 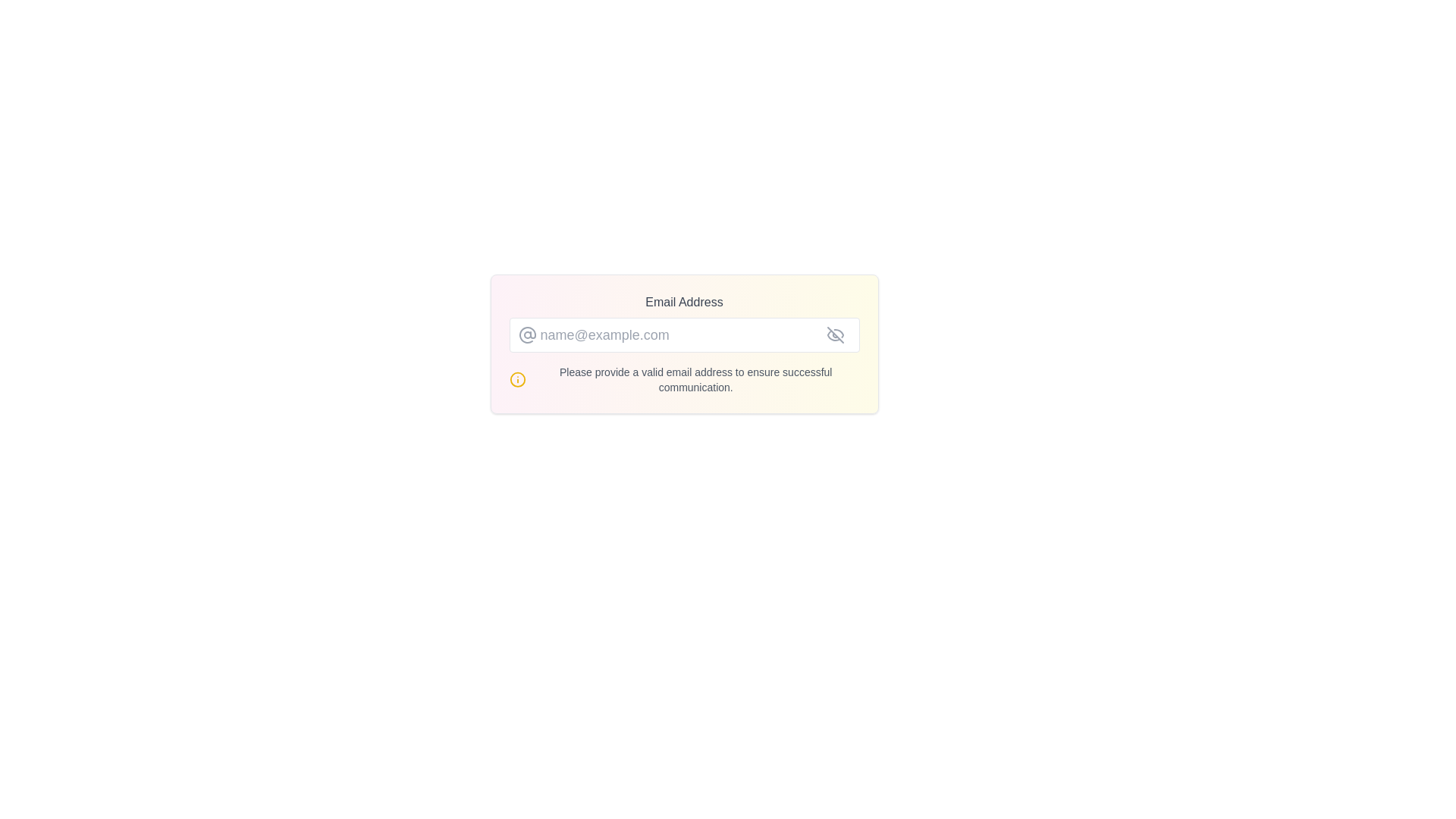 I want to click on the eye-off icon button on the far right side of the email address input field, so click(x=834, y=334).